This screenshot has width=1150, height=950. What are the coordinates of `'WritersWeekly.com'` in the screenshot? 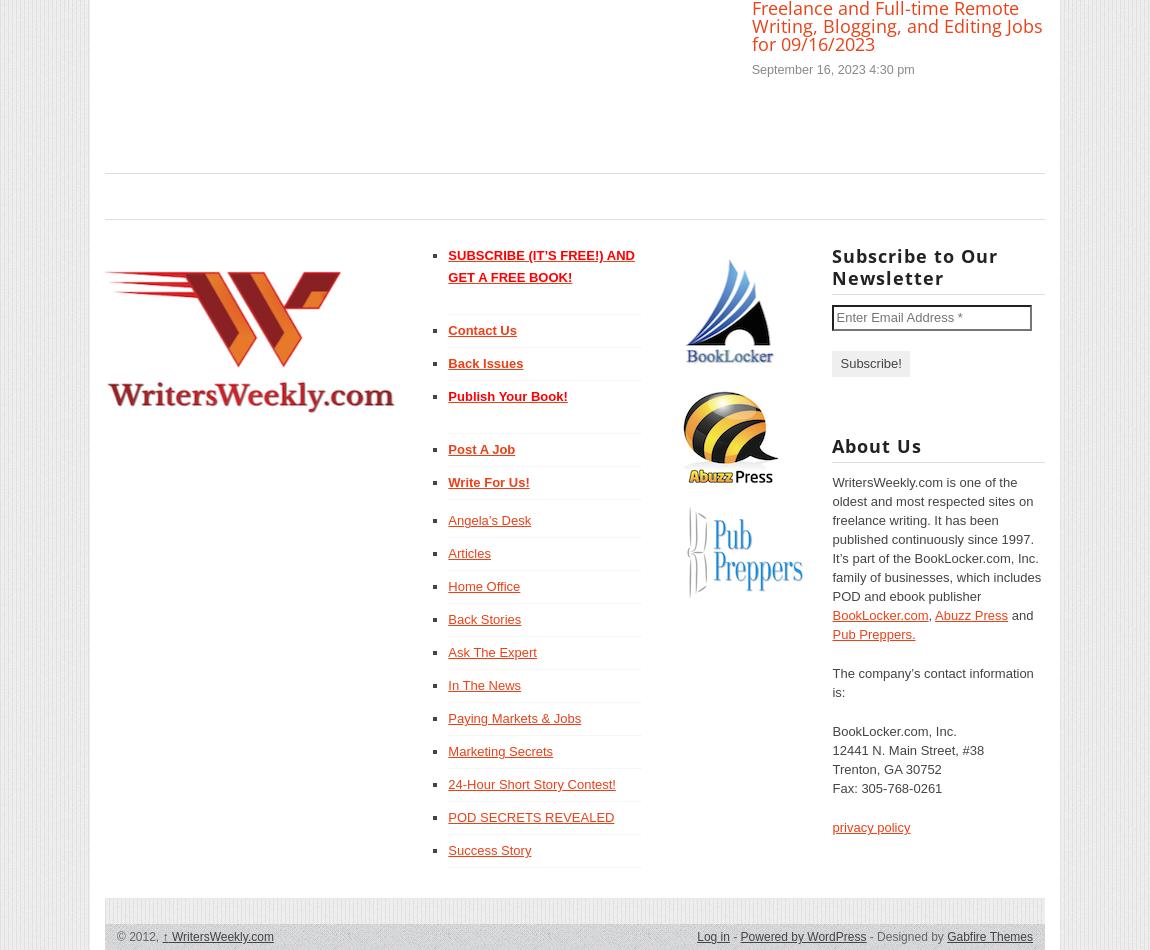 It's located at (219, 935).